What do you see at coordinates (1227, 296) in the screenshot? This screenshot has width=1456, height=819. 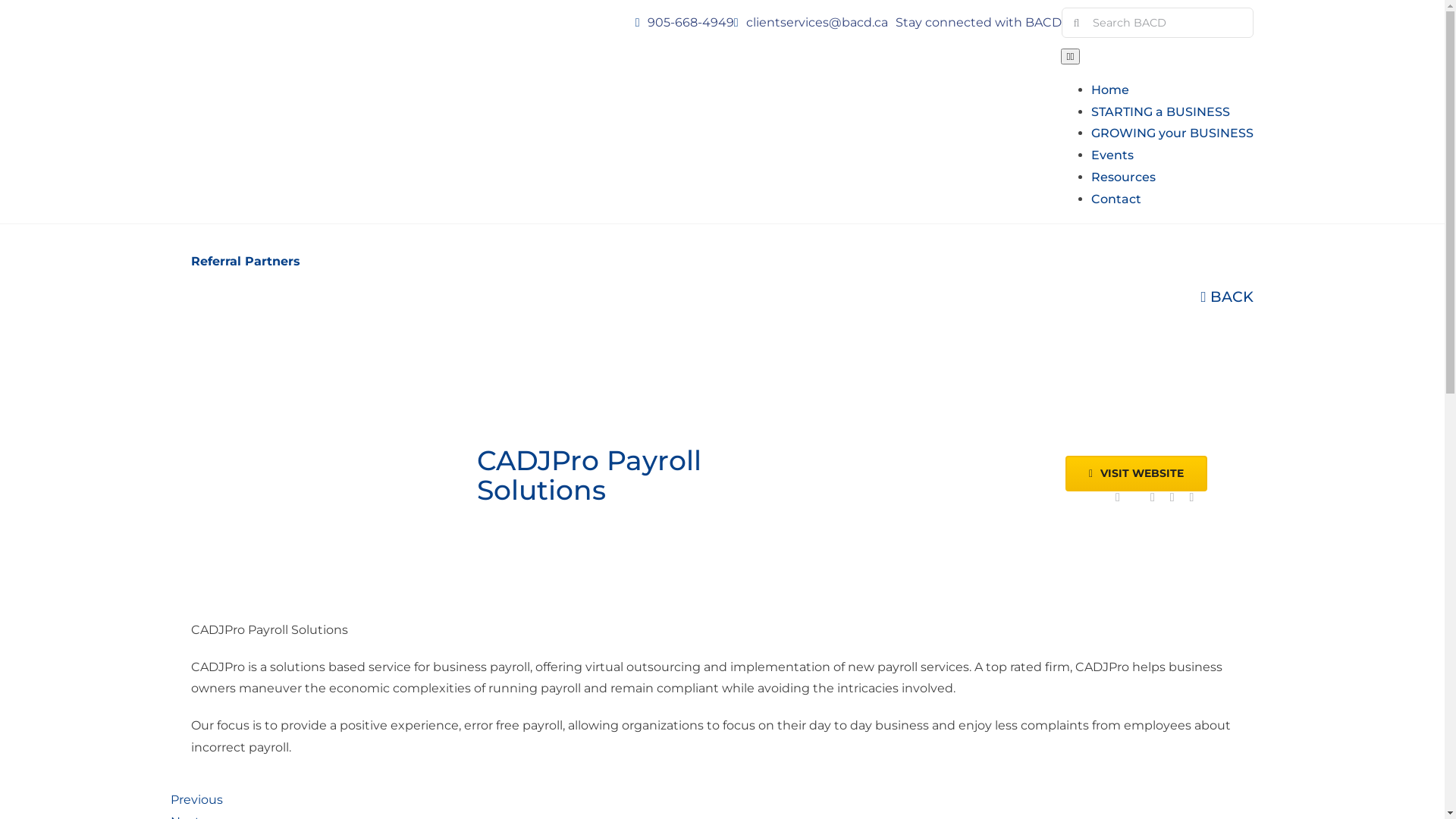 I see `'BACK'` at bounding box center [1227, 296].